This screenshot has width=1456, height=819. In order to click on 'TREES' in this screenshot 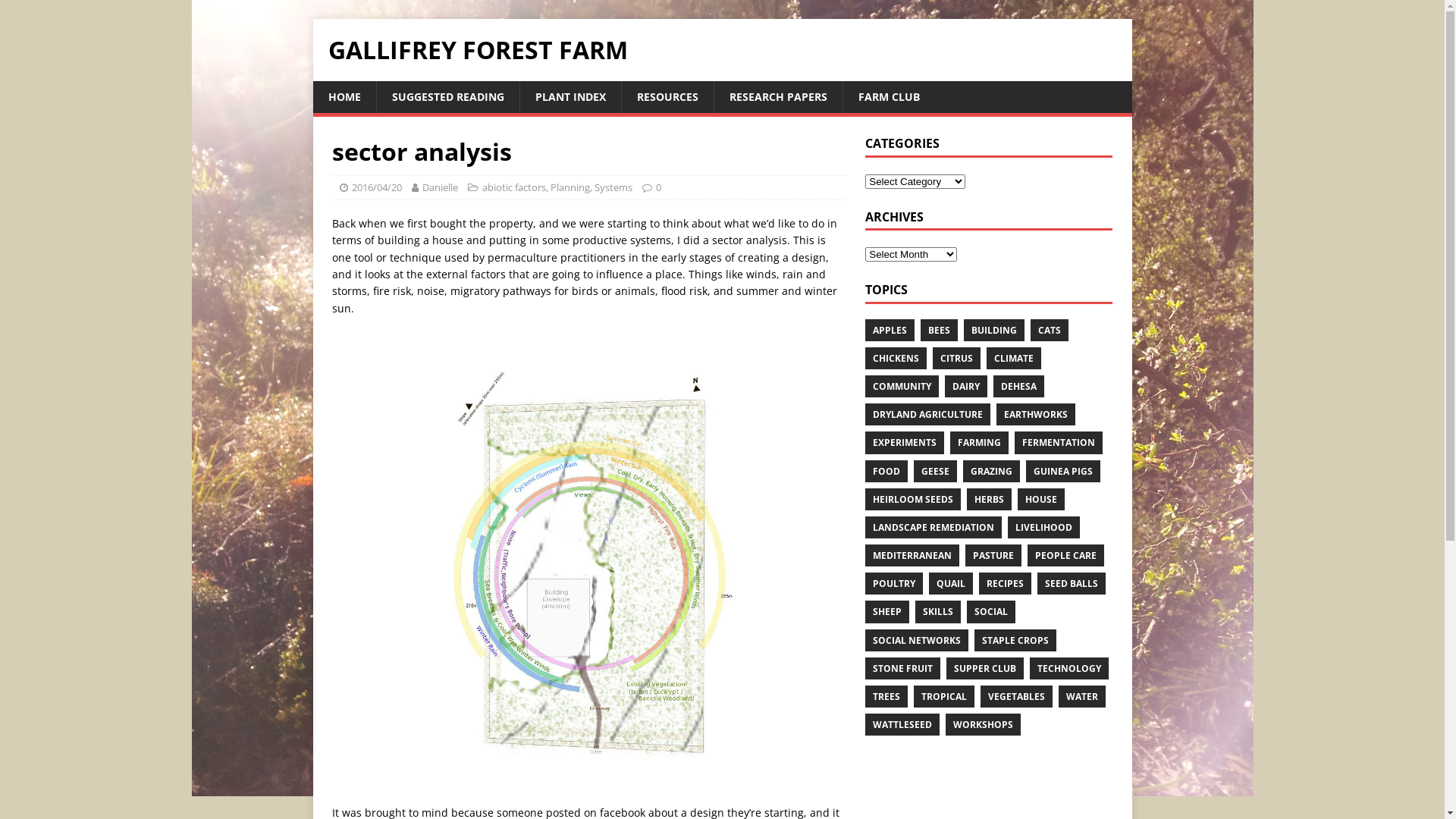, I will do `click(865, 696)`.